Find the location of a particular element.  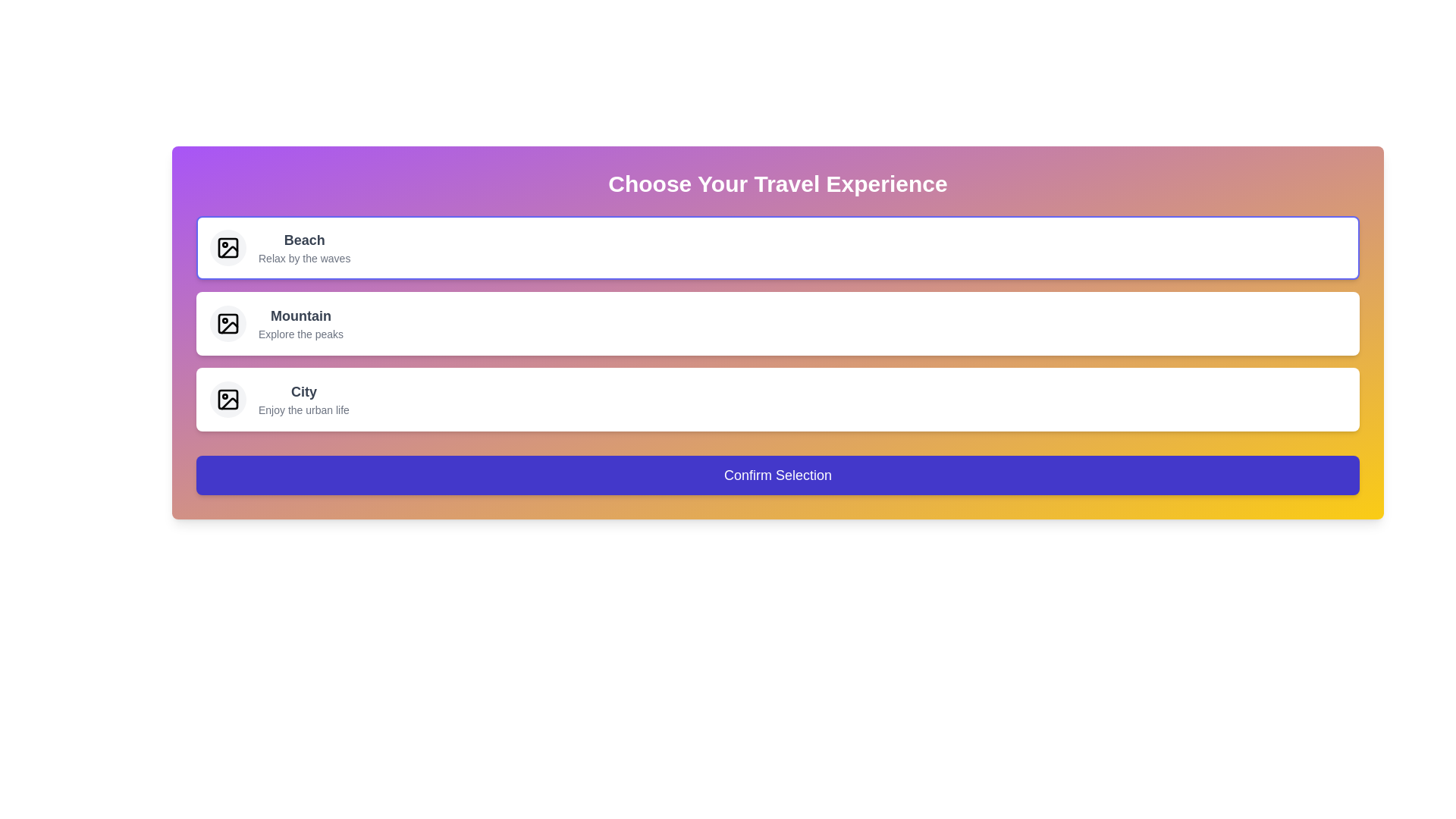

contextual information provided by the static text label located below the 'Mountain' title in the second option card is located at coordinates (301, 333).